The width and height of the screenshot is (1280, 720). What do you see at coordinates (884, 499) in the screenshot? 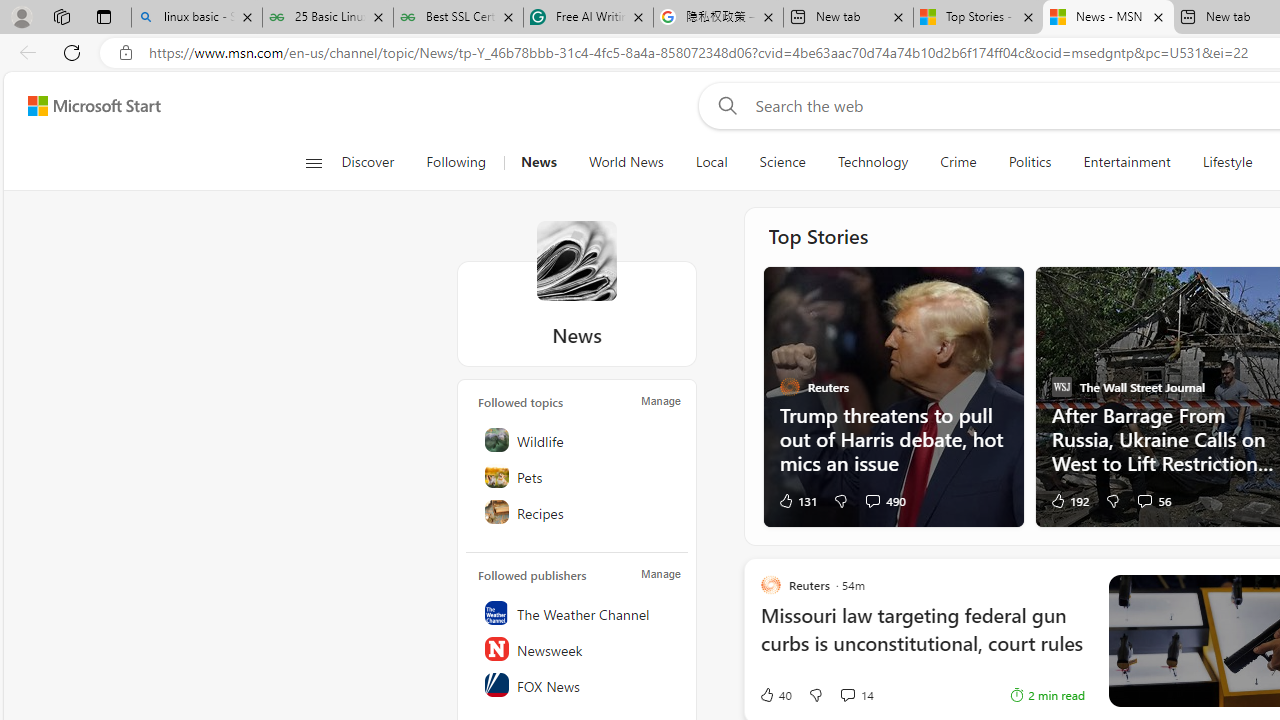
I see `'View comments 490 Comment'` at bounding box center [884, 499].